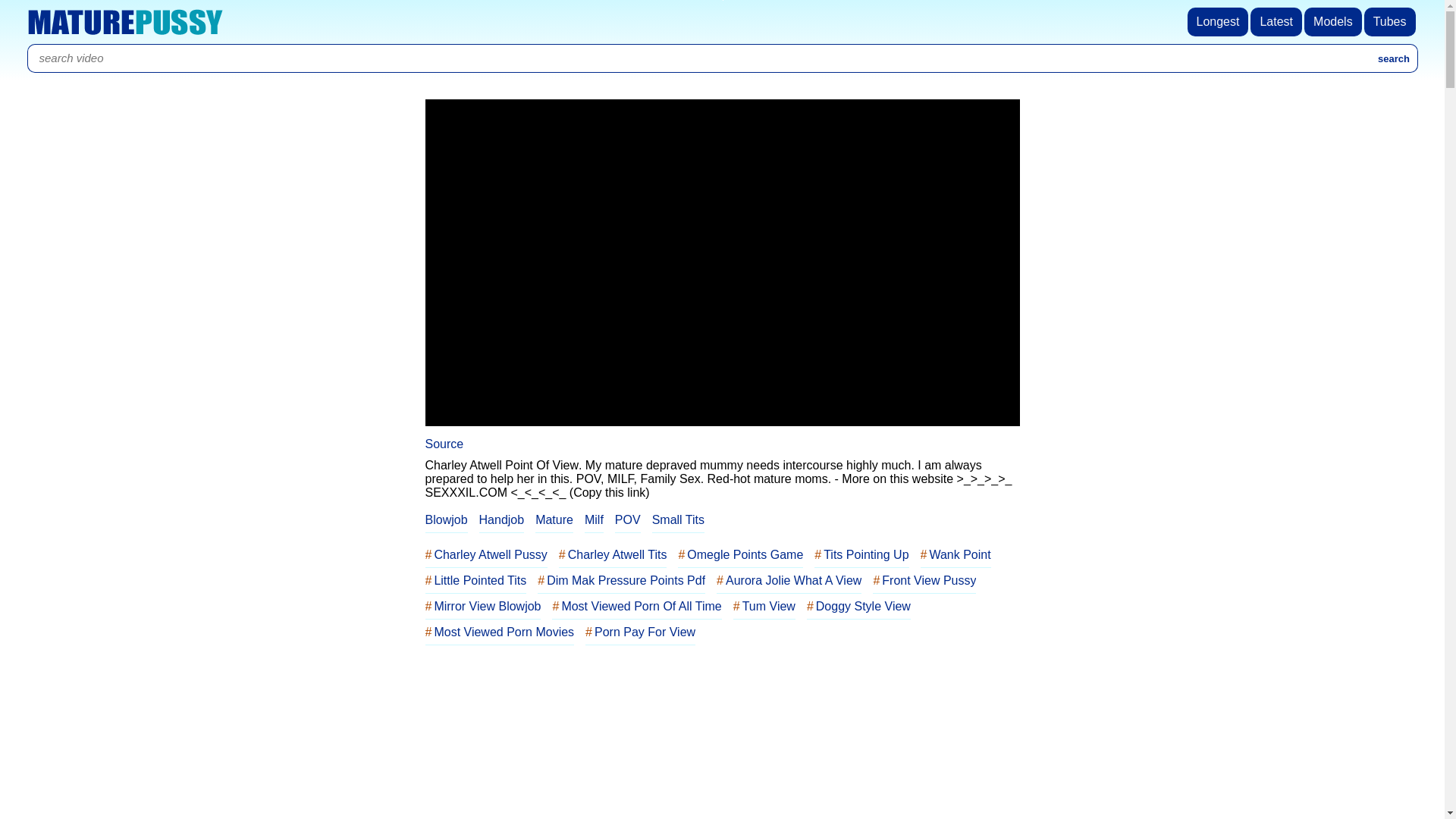 The height and width of the screenshot is (819, 1456). What do you see at coordinates (1394, 58) in the screenshot?
I see `'search'` at bounding box center [1394, 58].